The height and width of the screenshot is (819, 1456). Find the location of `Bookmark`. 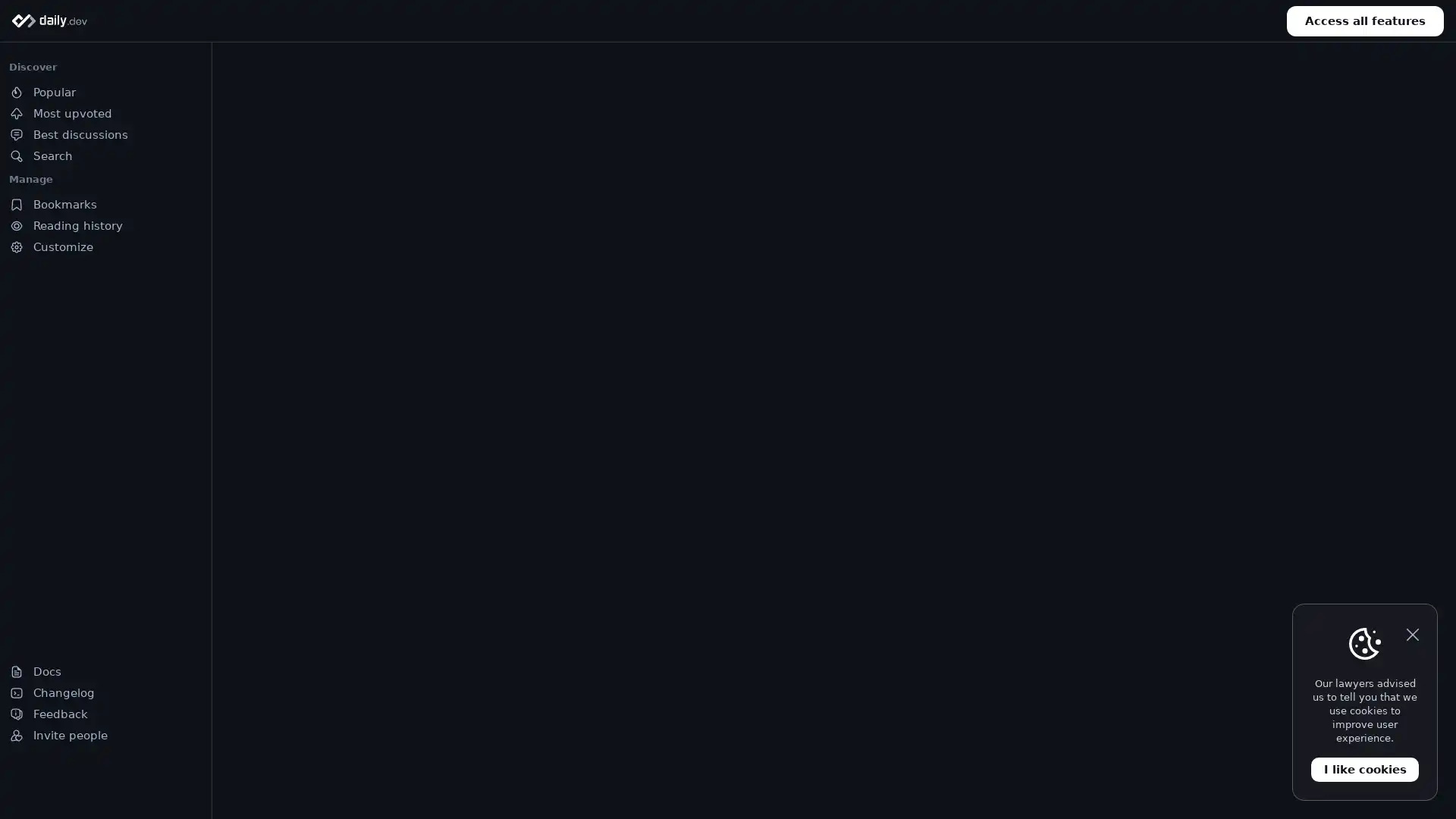

Bookmark is located at coordinates (520, 739).